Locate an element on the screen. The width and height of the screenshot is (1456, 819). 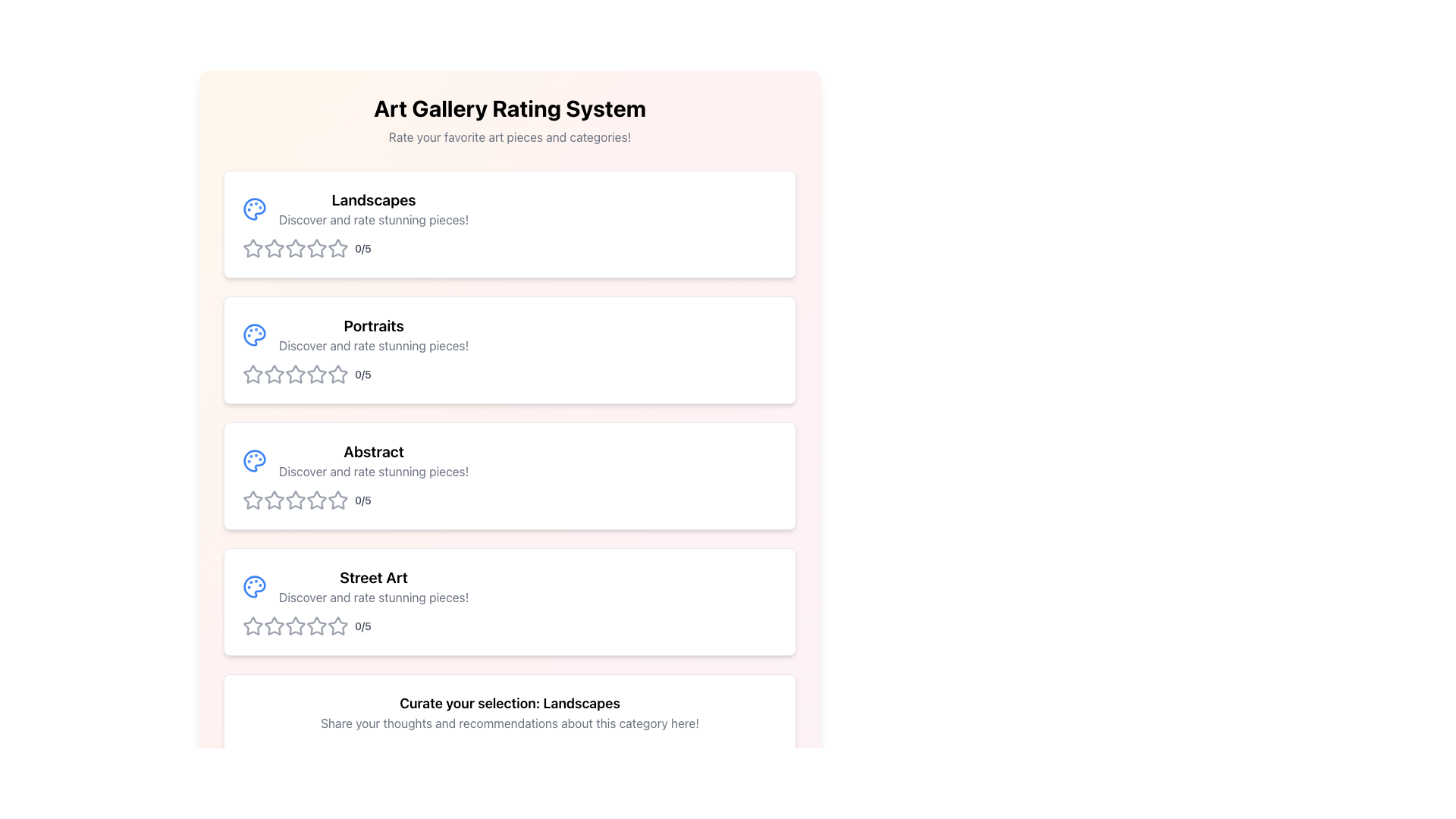
the third star from the left in the row of five stars under the 'Abstract' category to set a rating is located at coordinates (274, 500).